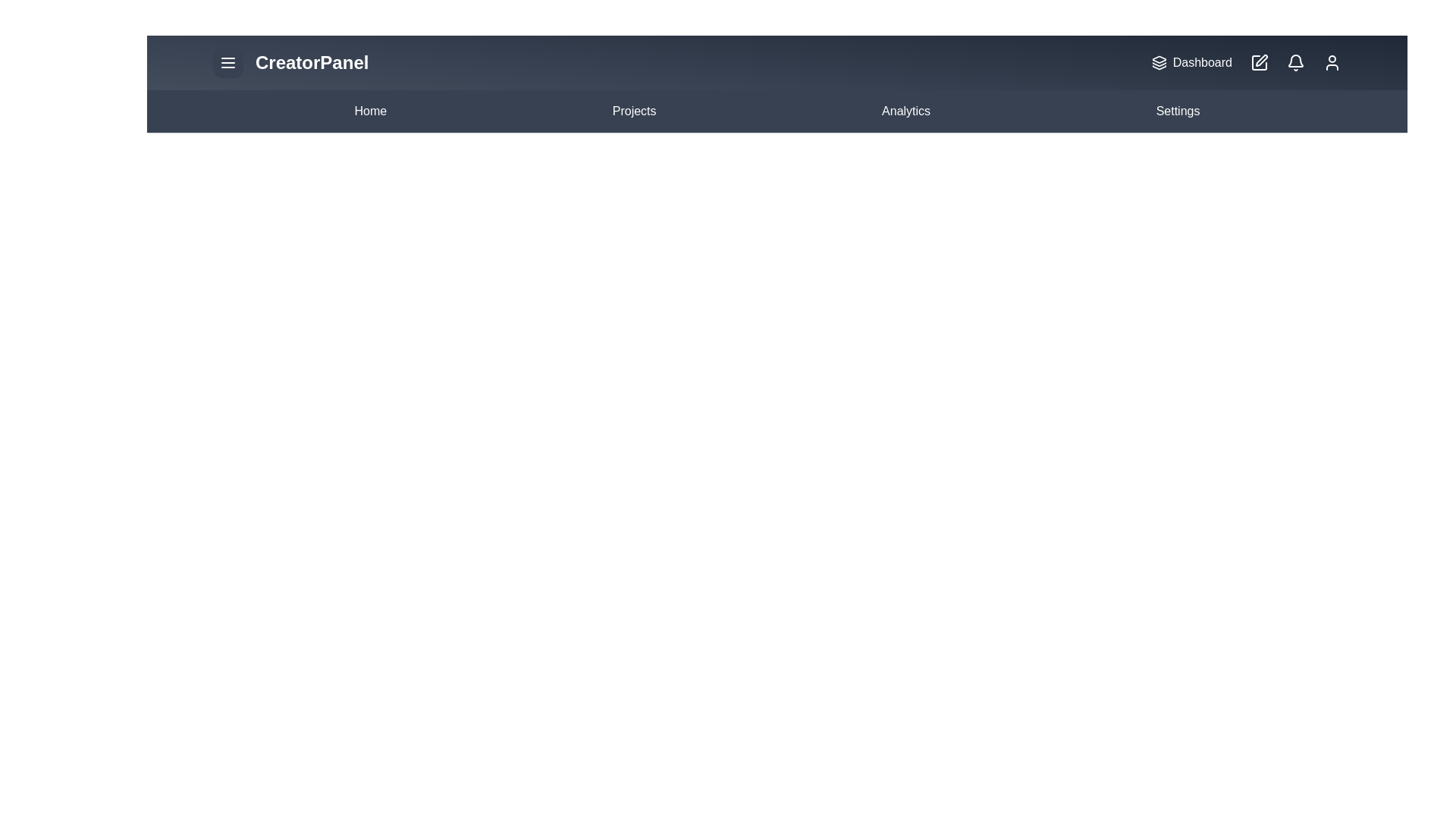  I want to click on the menu toggle button to toggle the menu visibility, so click(227, 62).